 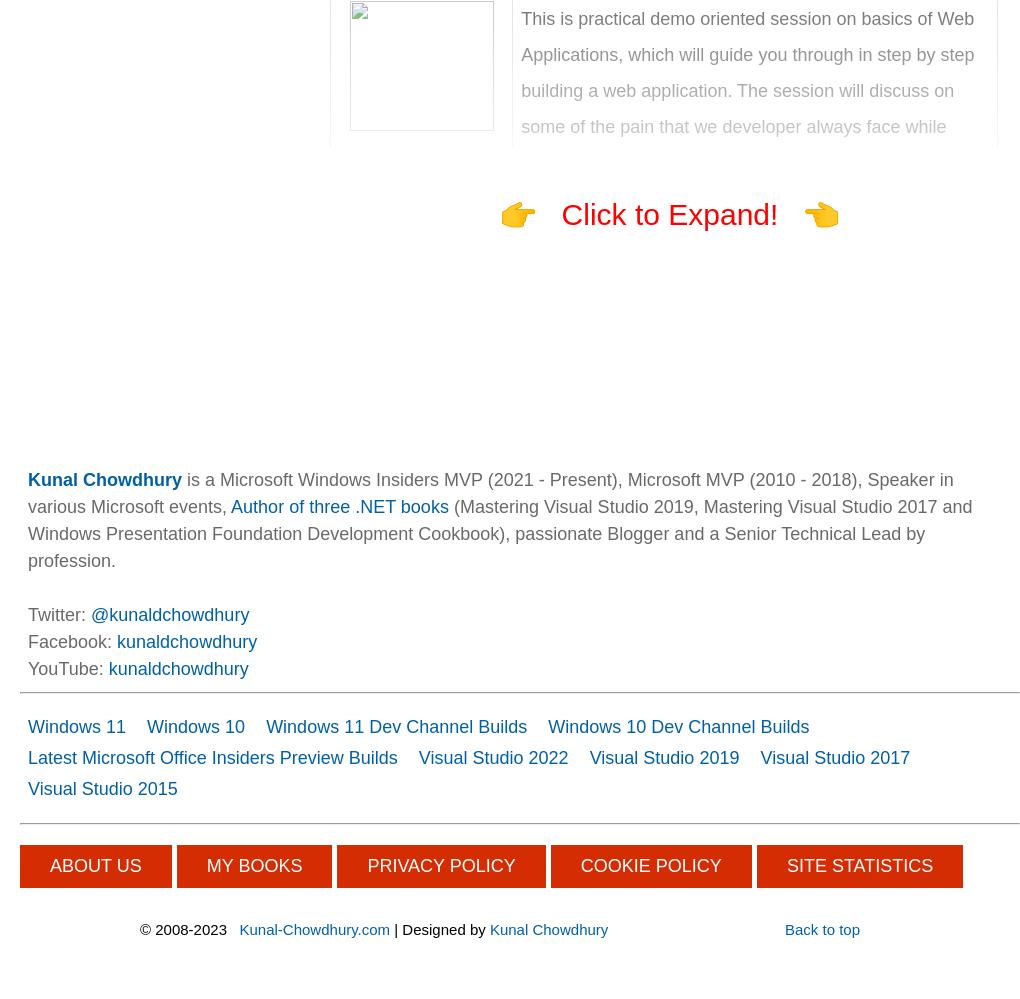 I want to click on 'Windows 10 Dev Channel Builds', so click(x=547, y=725).